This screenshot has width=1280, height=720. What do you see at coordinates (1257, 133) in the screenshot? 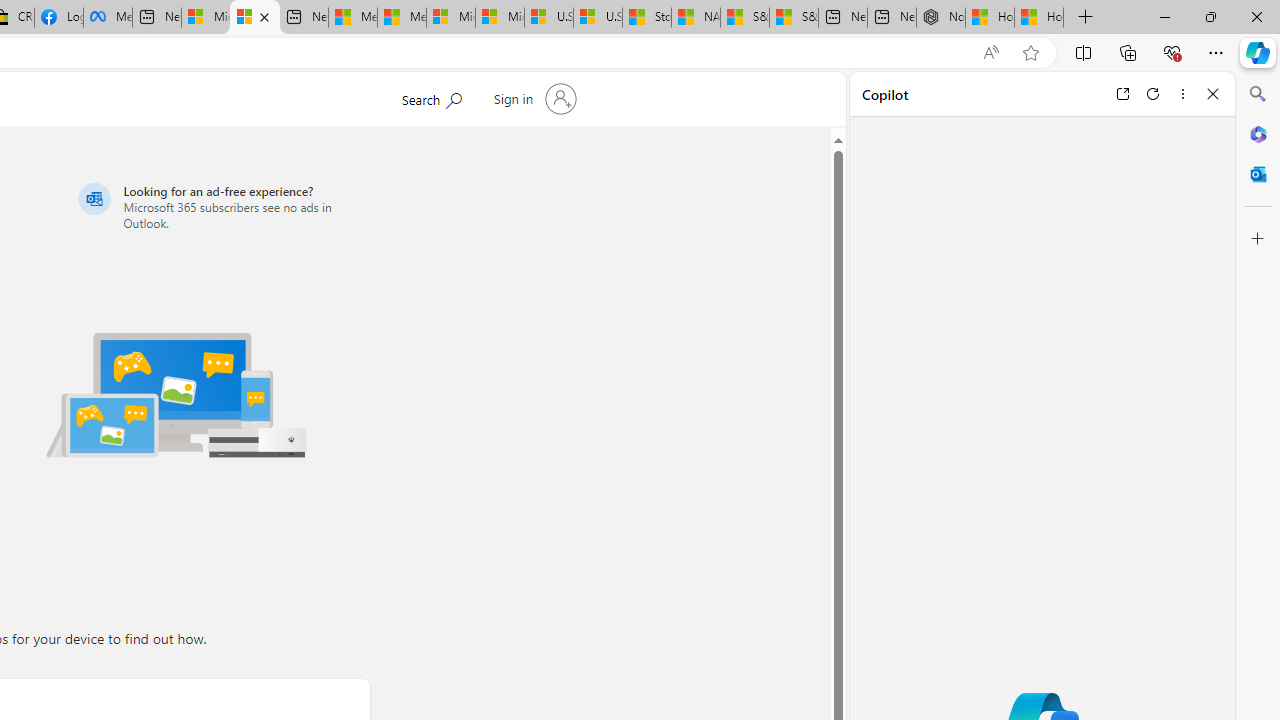
I see `'Microsoft 365'` at bounding box center [1257, 133].